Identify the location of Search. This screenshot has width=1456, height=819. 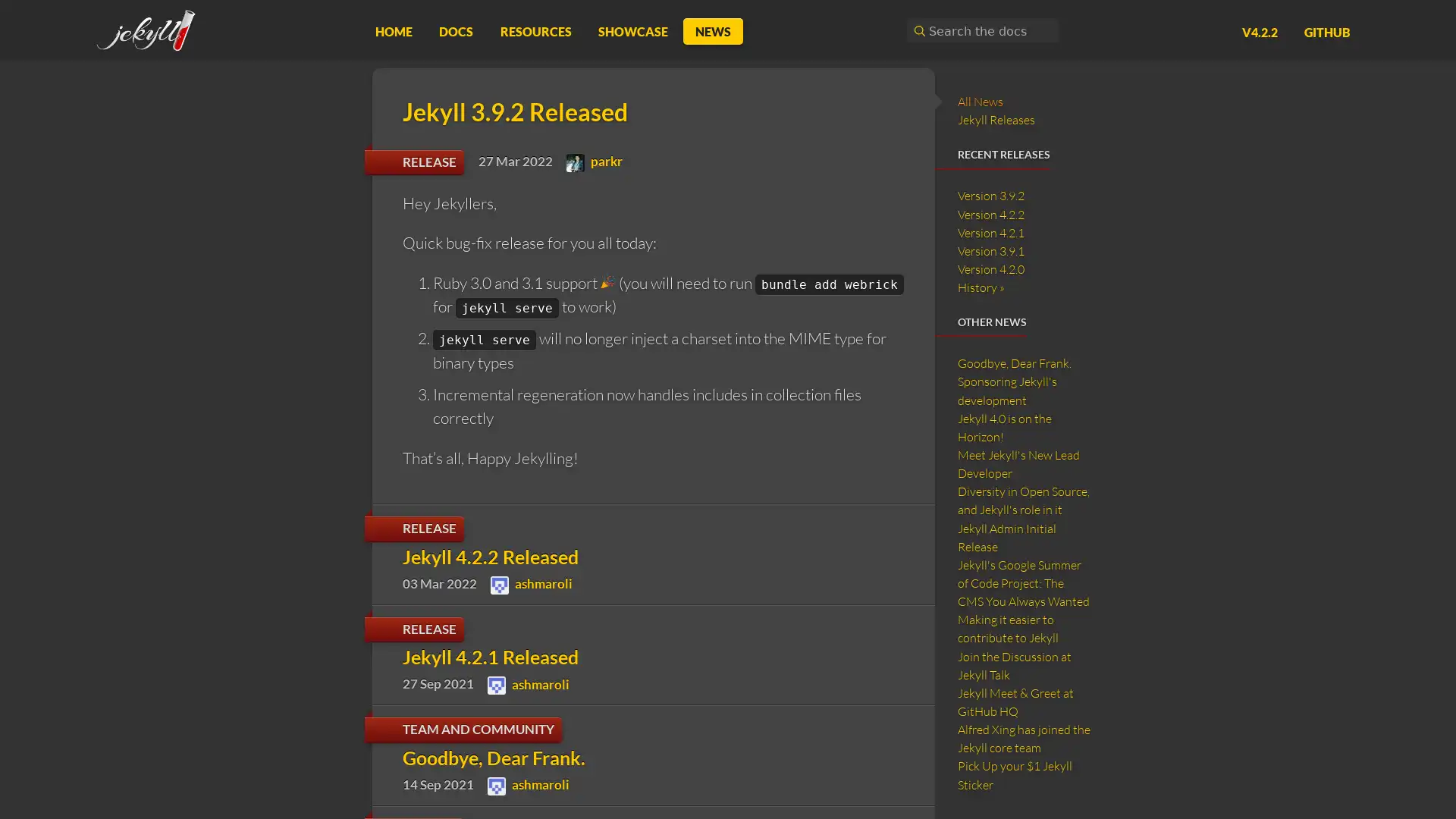
(917, 30).